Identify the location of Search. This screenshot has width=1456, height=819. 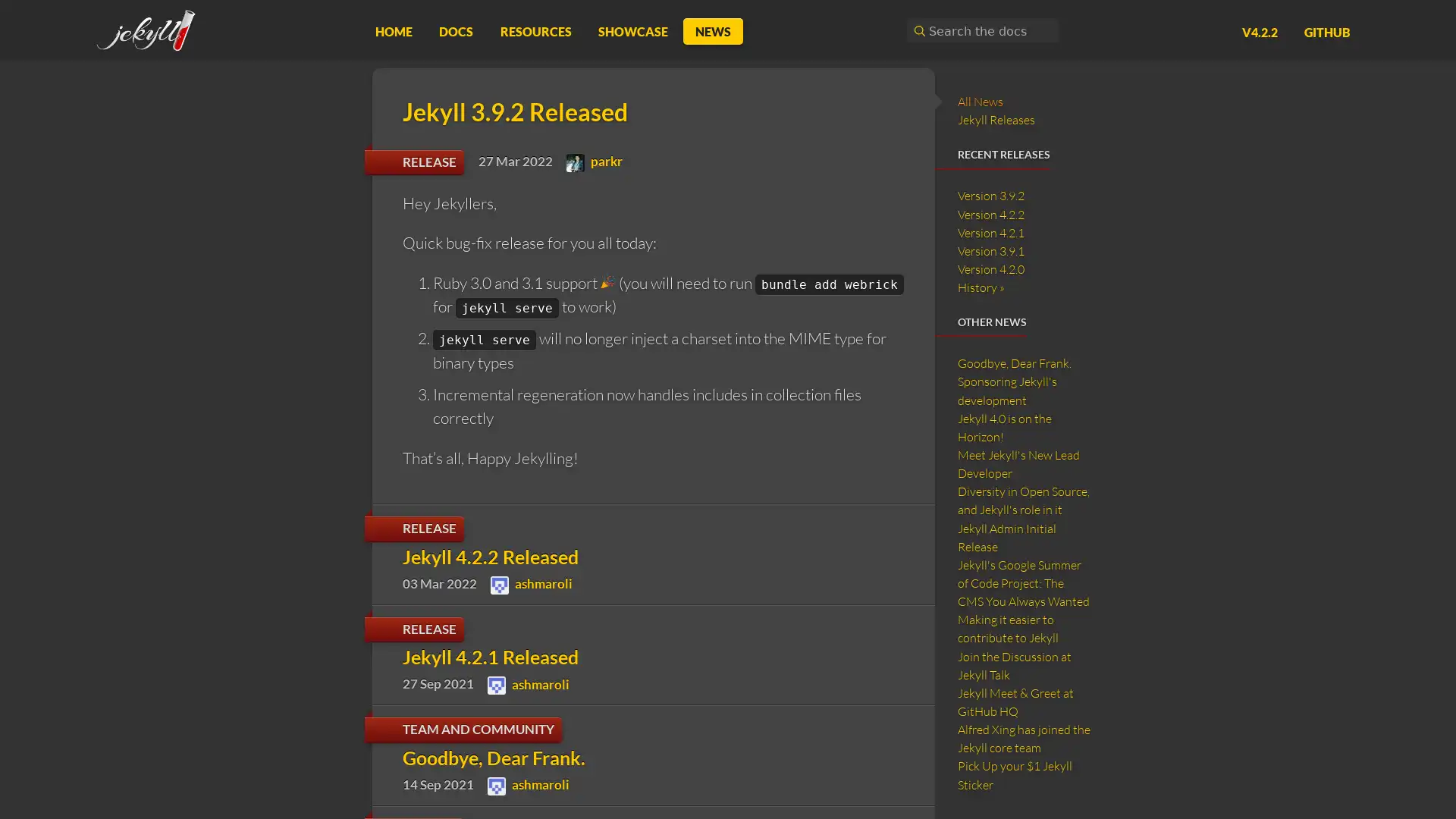
(917, 30).